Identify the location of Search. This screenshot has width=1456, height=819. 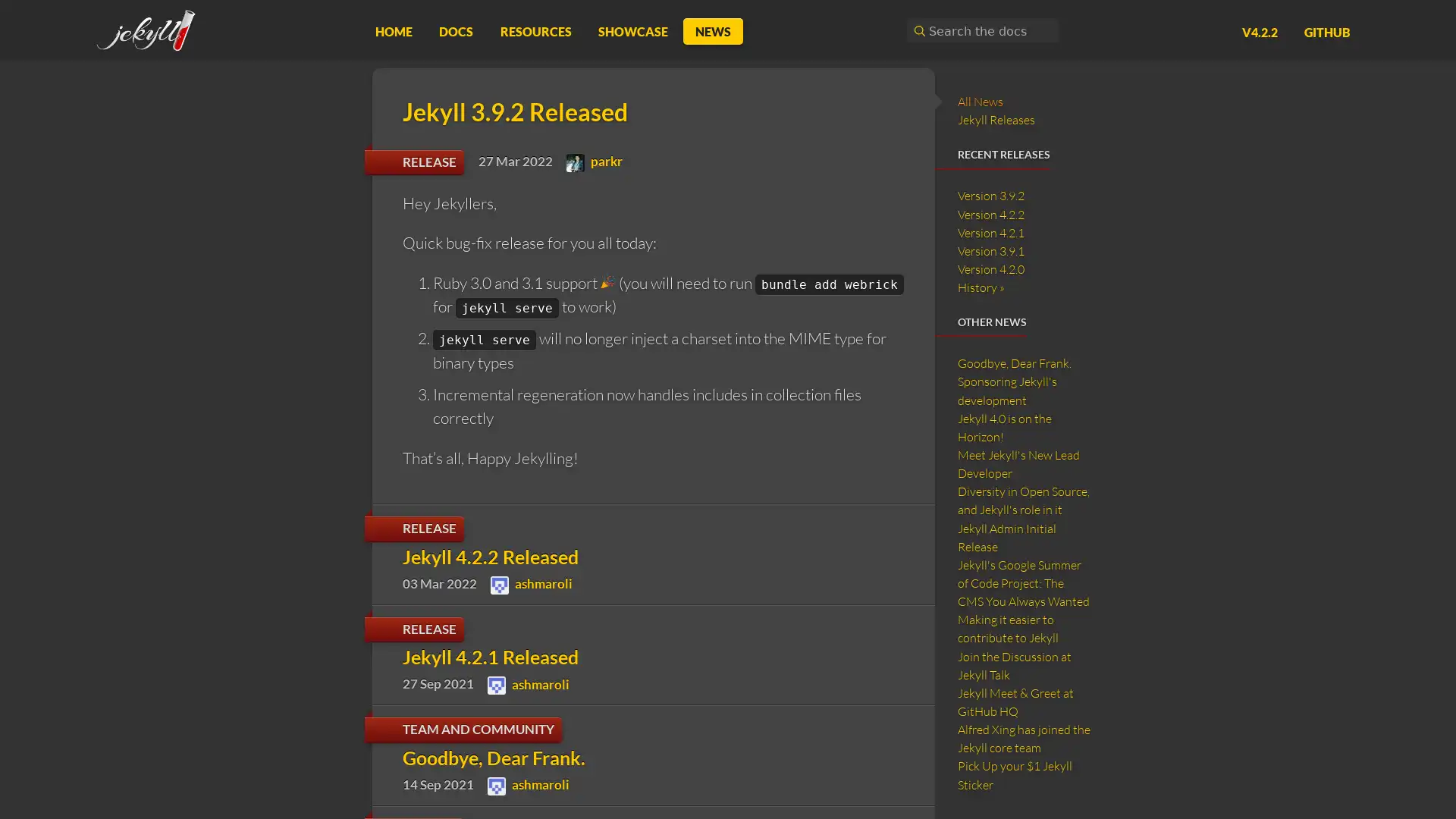
(917, 30).